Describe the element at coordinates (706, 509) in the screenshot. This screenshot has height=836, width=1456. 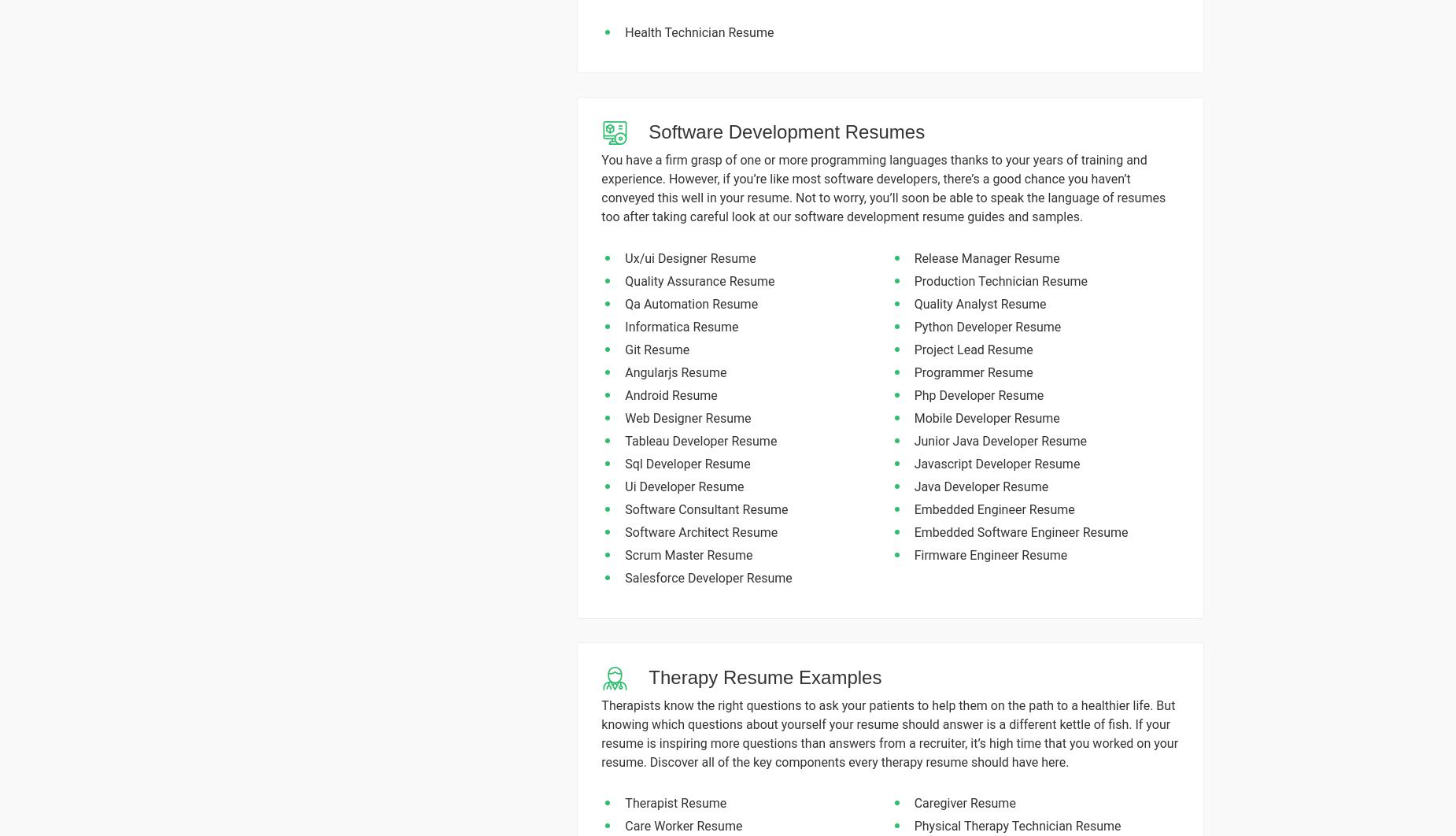
I see `'Software Consultant Resume'` at that location.